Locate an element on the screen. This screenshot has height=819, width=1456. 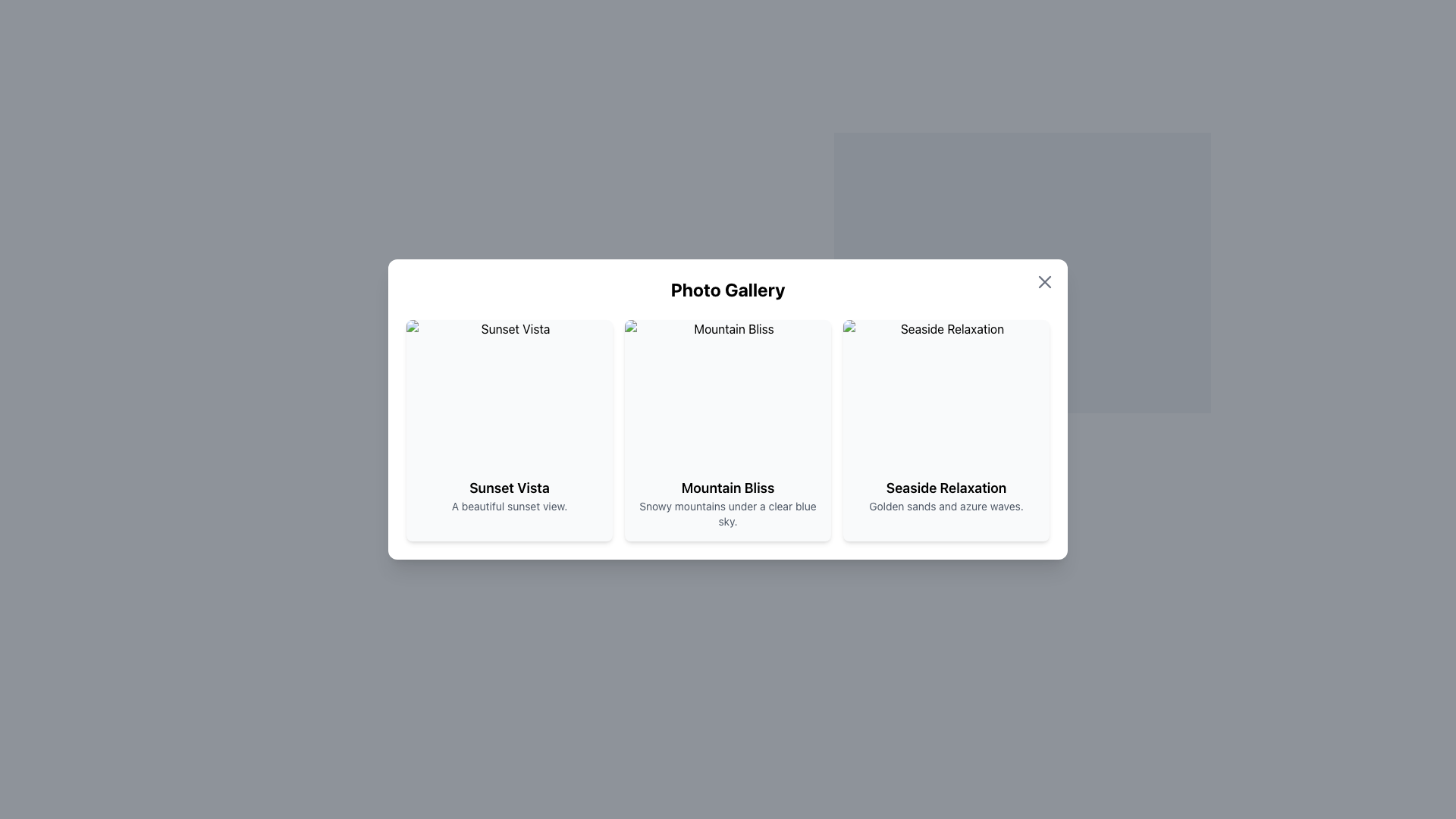
the Text Label that describes the visual or thematic content of the 'Mountain Bliss' card, located centrally at the bottom of the middle card in a three-card layout is located at coordinates (728, 513).